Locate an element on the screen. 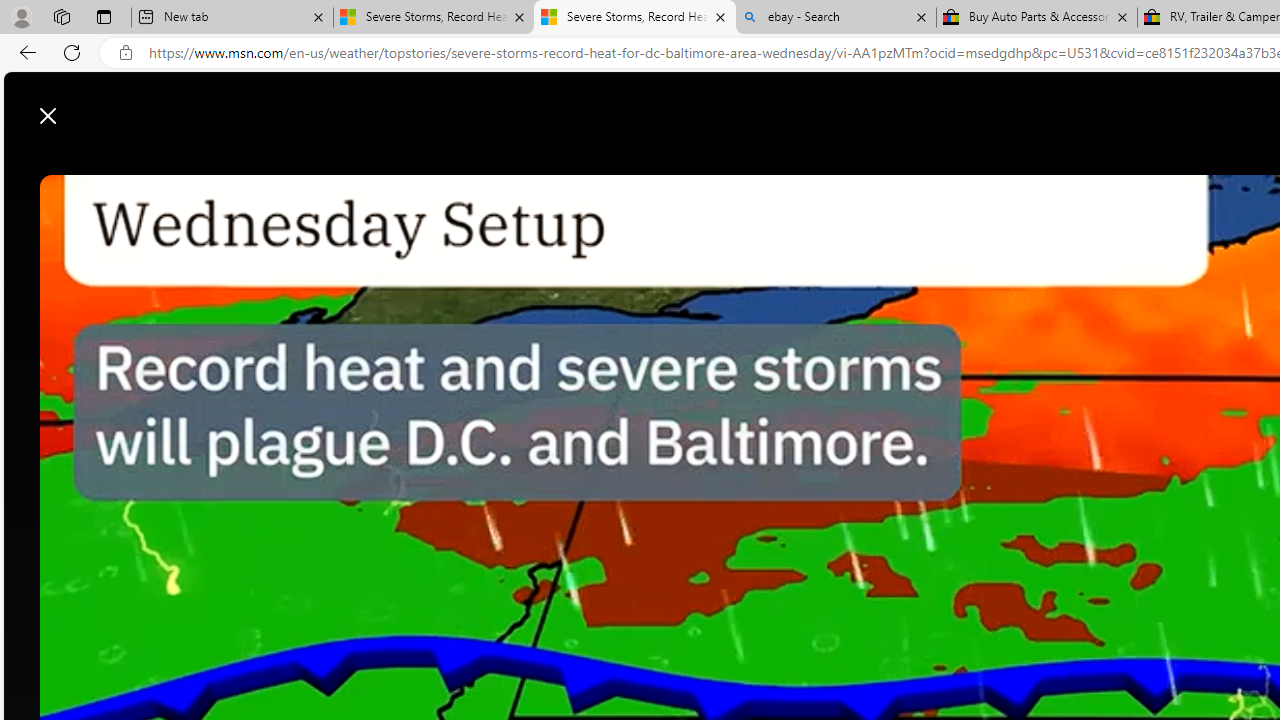 This screenshot has height=720, width=1280. 'Severe Storms, Record Heat For DC, Baltimore Area Wednesday' is located at coordinates (633, 17).